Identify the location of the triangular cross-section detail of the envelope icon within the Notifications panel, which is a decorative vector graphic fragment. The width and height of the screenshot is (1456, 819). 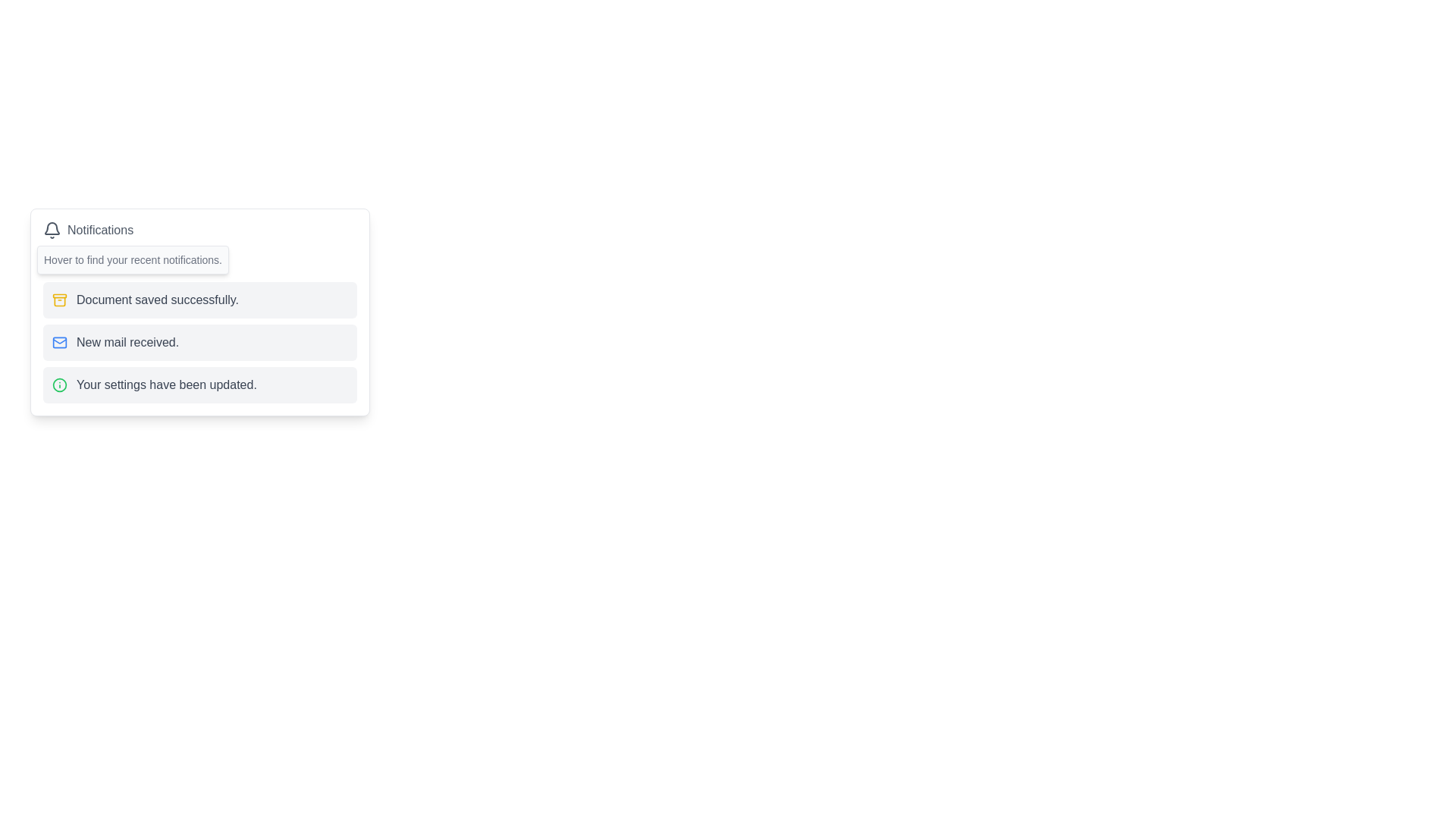
(59, 341).